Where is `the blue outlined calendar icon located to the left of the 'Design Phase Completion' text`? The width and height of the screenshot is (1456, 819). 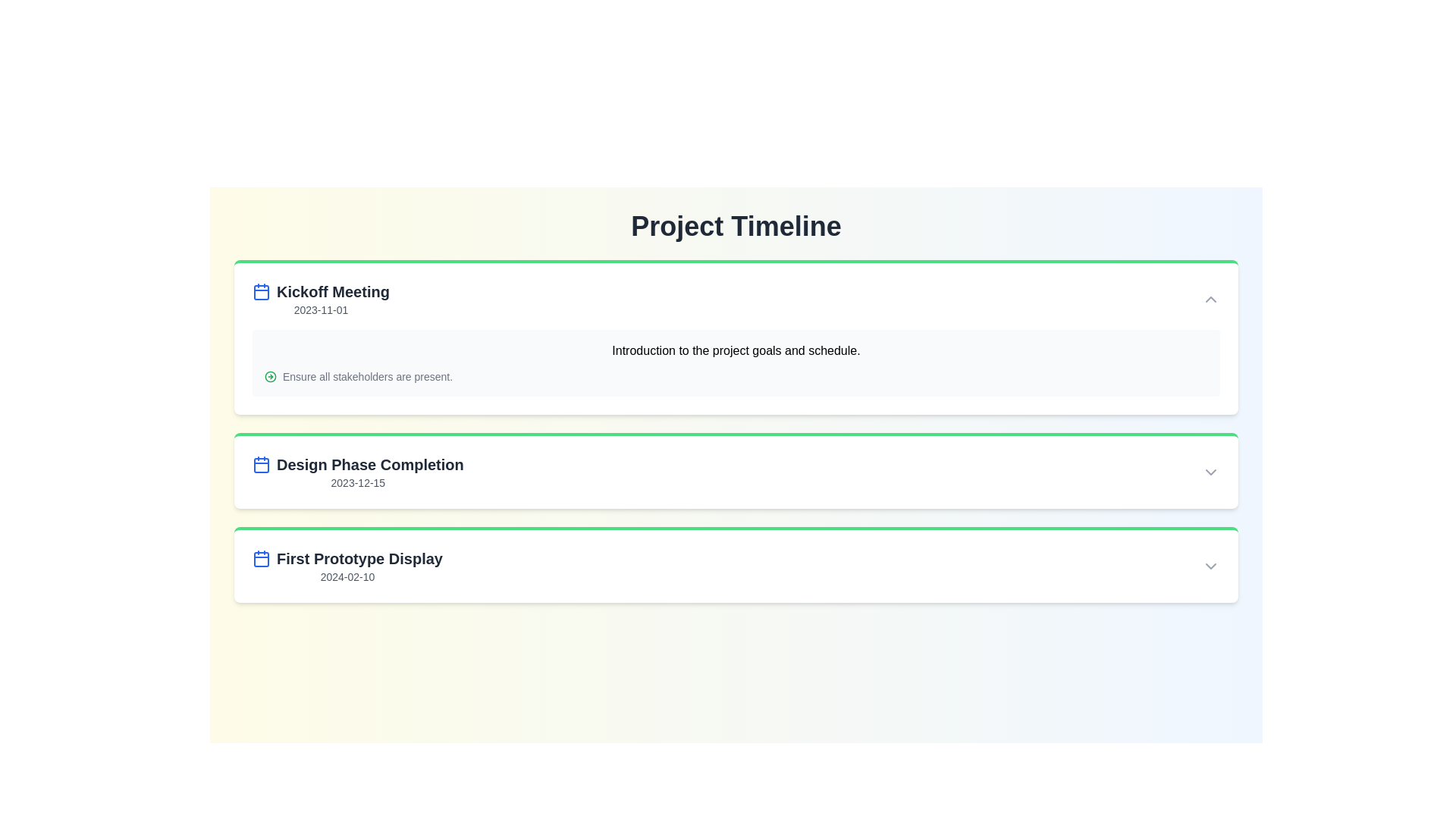 the blue outlined calendar icon located to the left of the 'Design Phase Completion' text is located at coordinates (262, 464).